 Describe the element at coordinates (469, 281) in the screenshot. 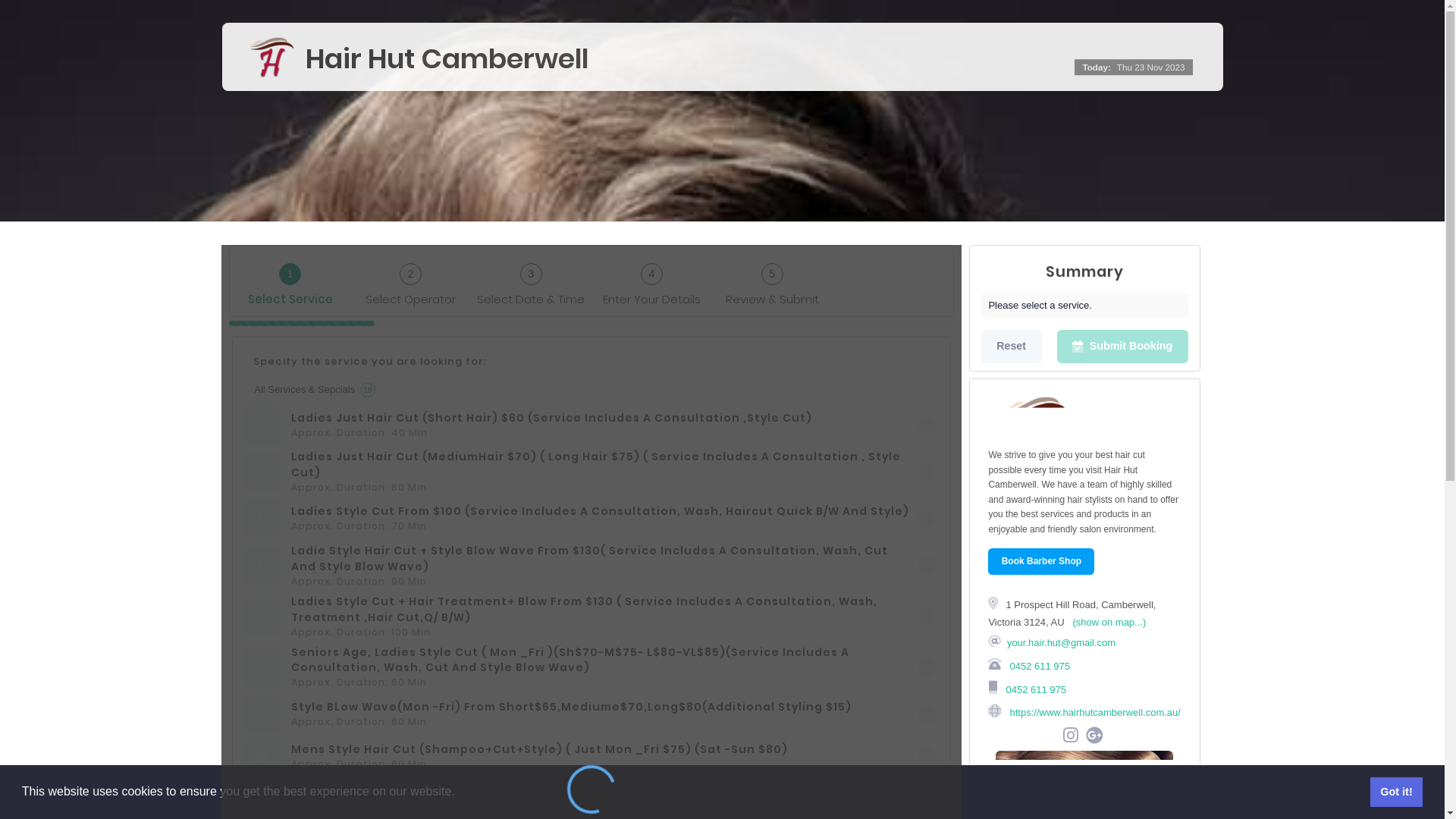

I see `'3` at that location.